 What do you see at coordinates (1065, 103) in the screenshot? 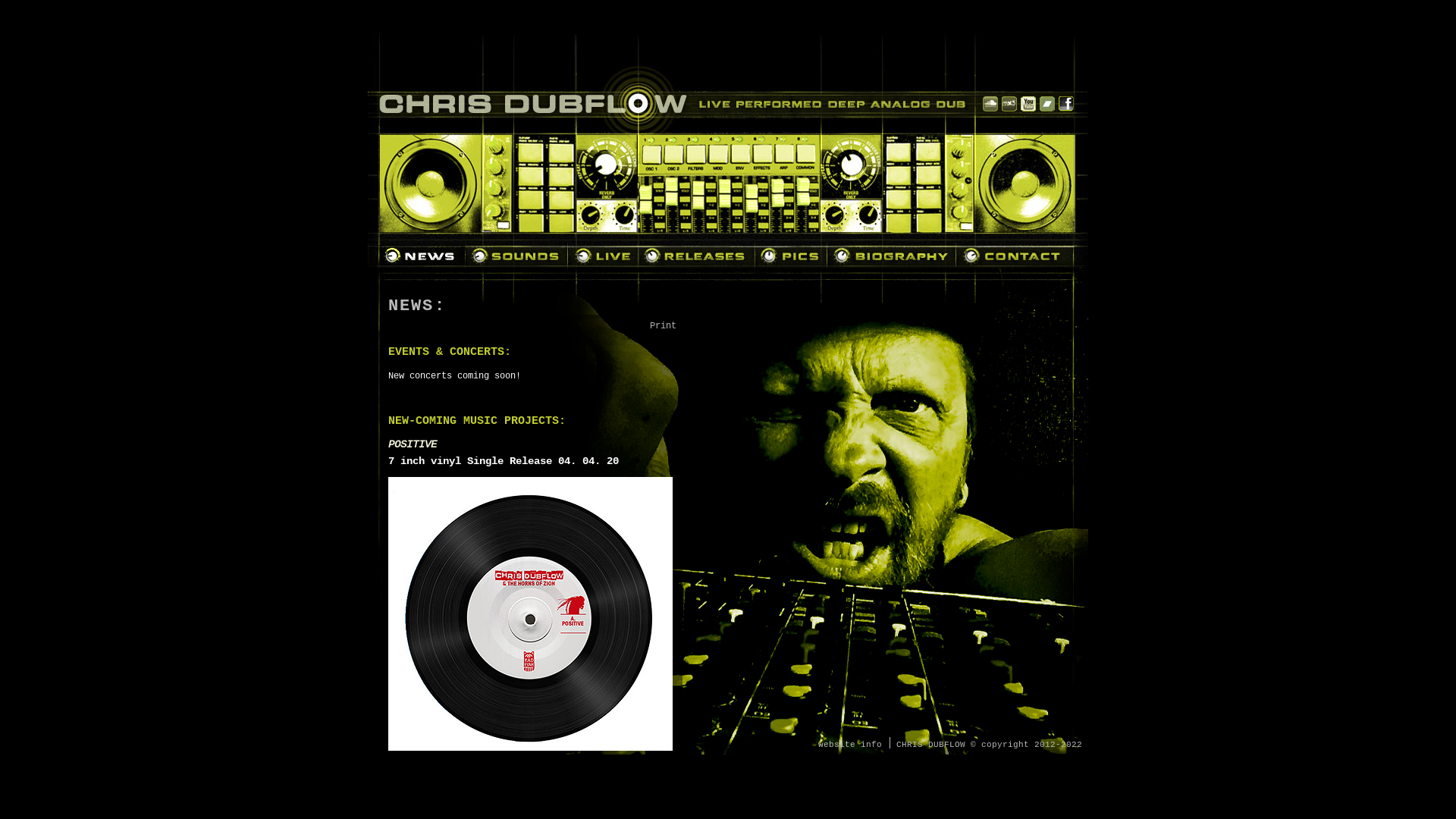
I see `'FACEBOOK'` at bounding box center [1065, 103].